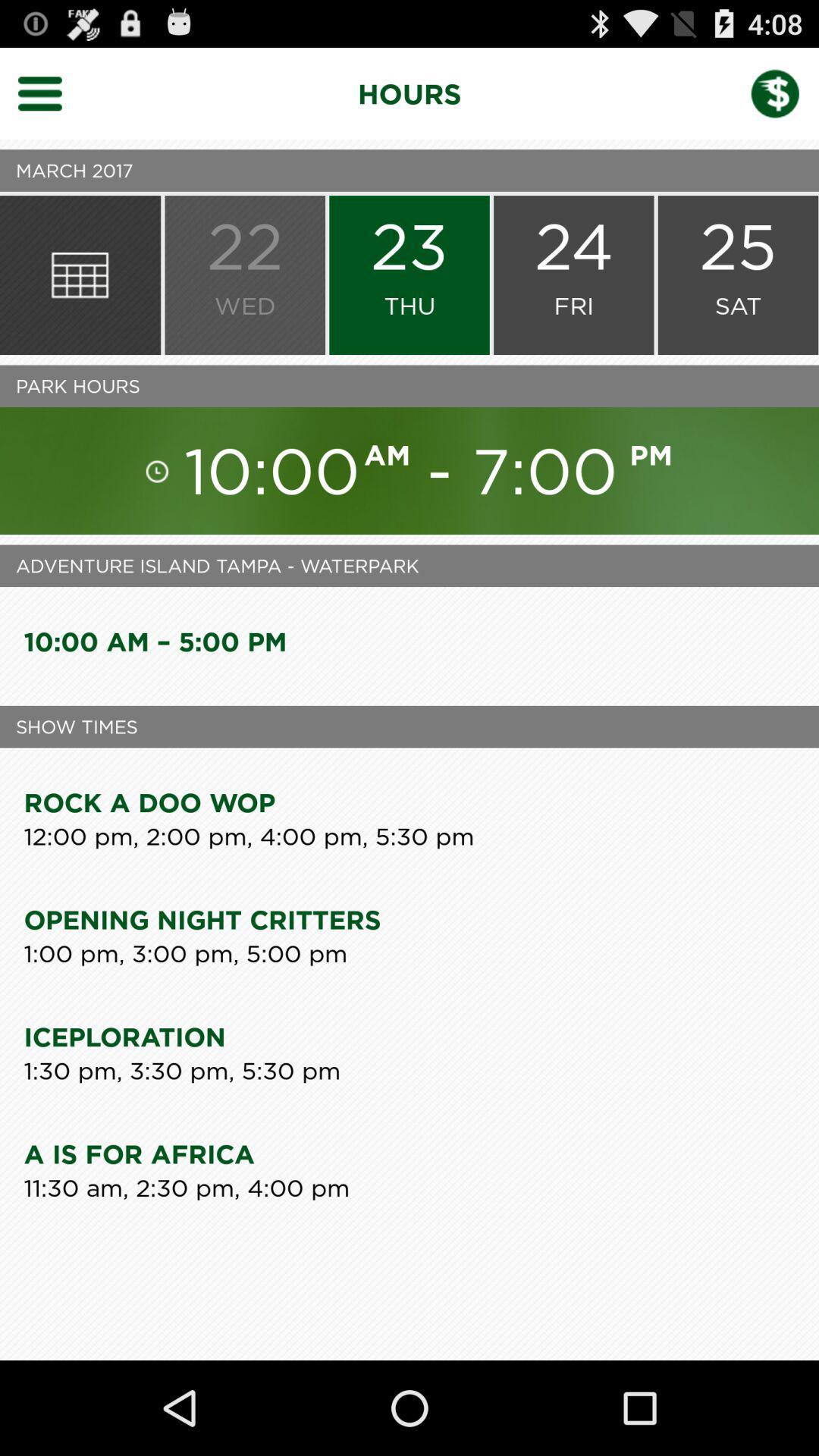 This screenshot has width=819, height=1456. Describe the element at coordinates (49, 99) in the screenshot. I see `the menu icon` at that location.